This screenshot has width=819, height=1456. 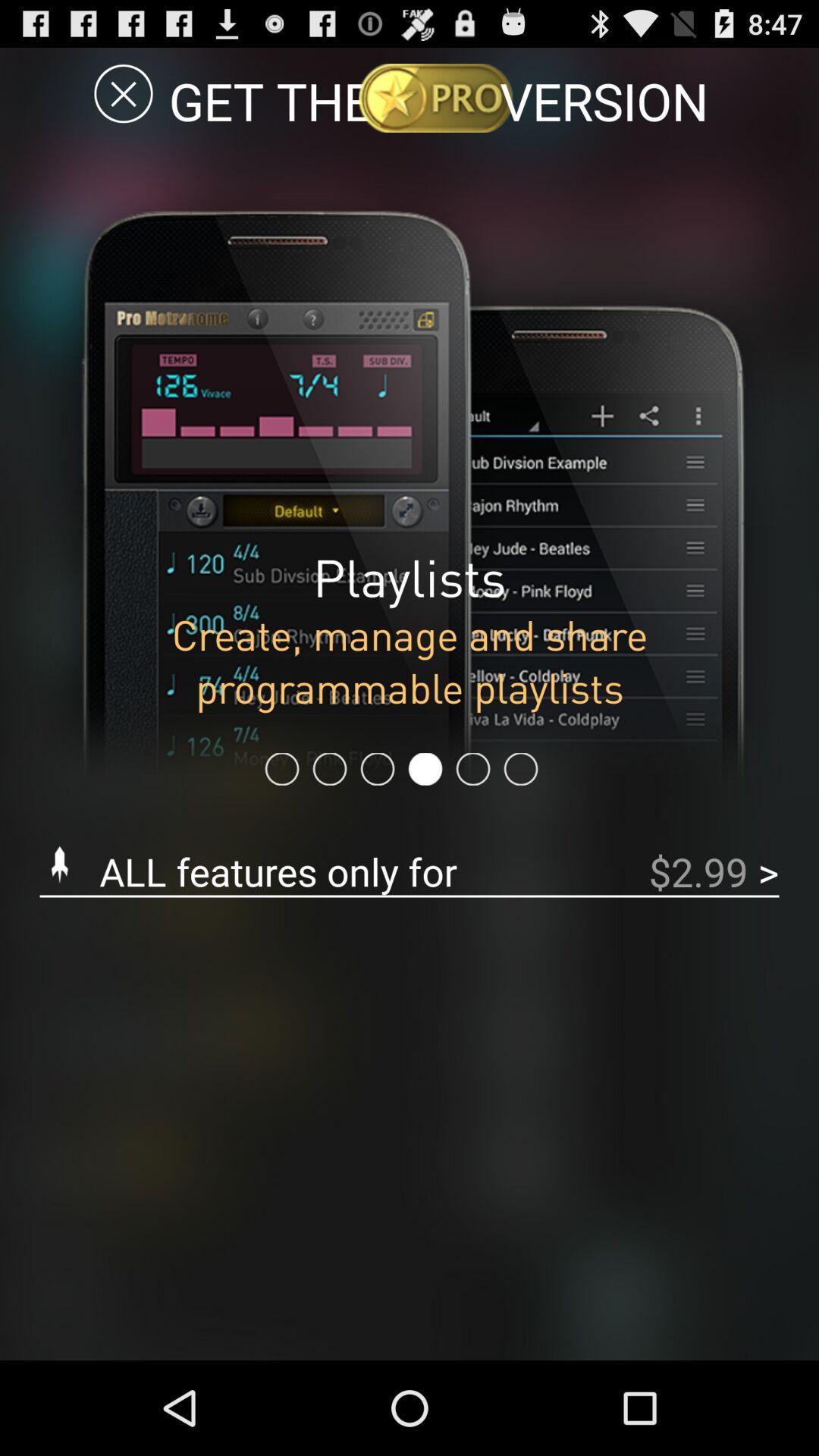 What do you see at coordinates (123, 93) in the screenshot?
I see `the e` at bounding box center [123, 93].